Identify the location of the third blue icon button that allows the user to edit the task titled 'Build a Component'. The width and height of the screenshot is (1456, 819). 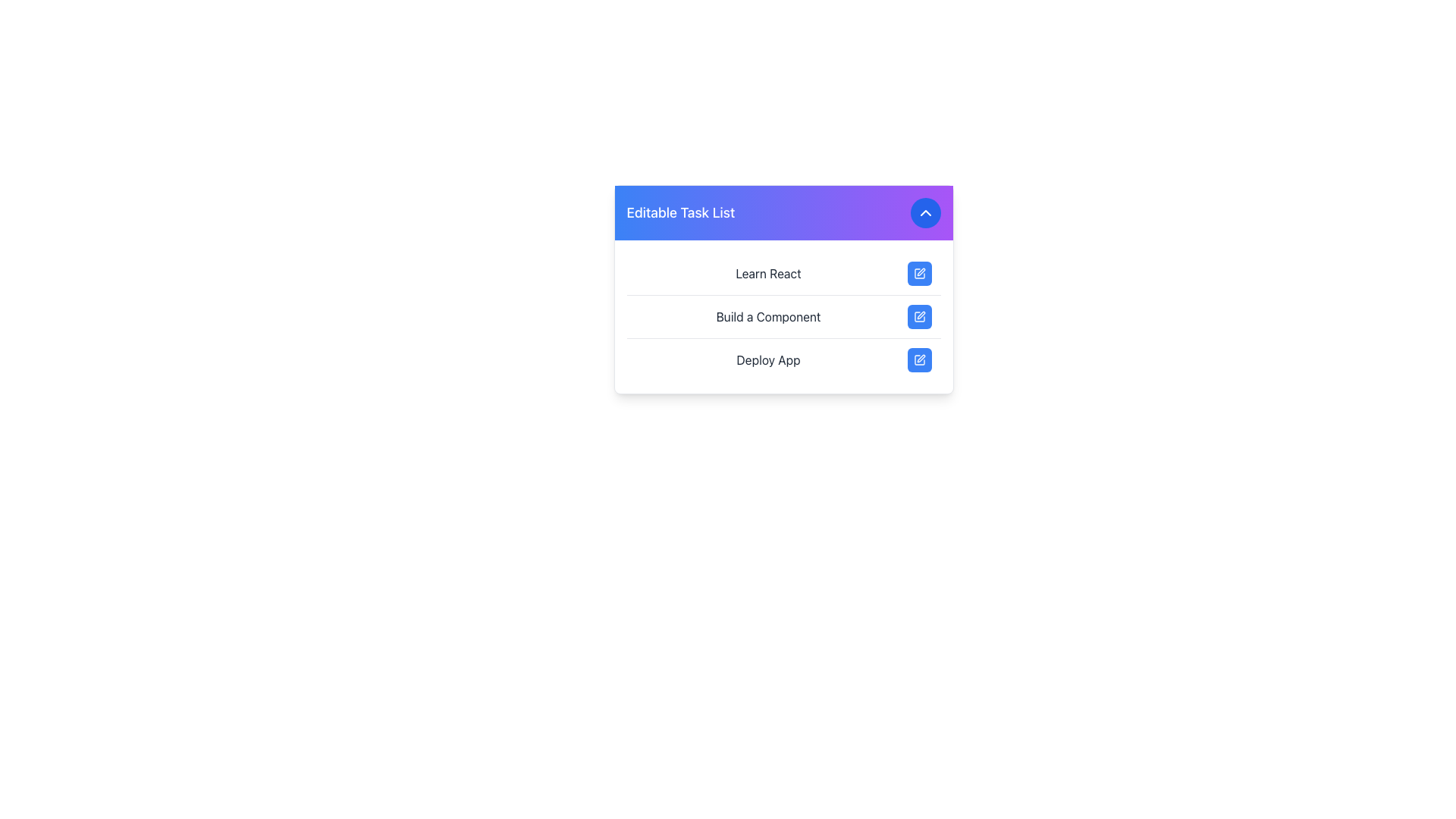
(918, 315).